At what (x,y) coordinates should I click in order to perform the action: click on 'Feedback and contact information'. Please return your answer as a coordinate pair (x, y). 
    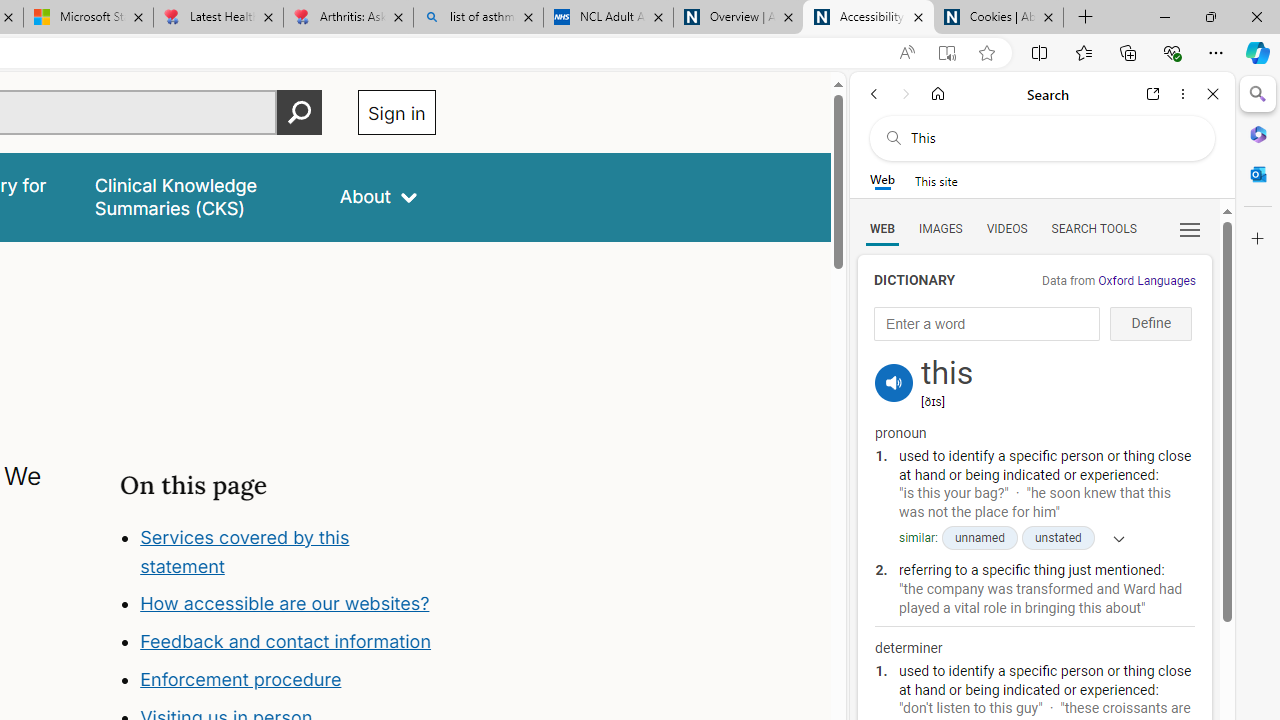
    Looking at the image, I should click on (287, 642).